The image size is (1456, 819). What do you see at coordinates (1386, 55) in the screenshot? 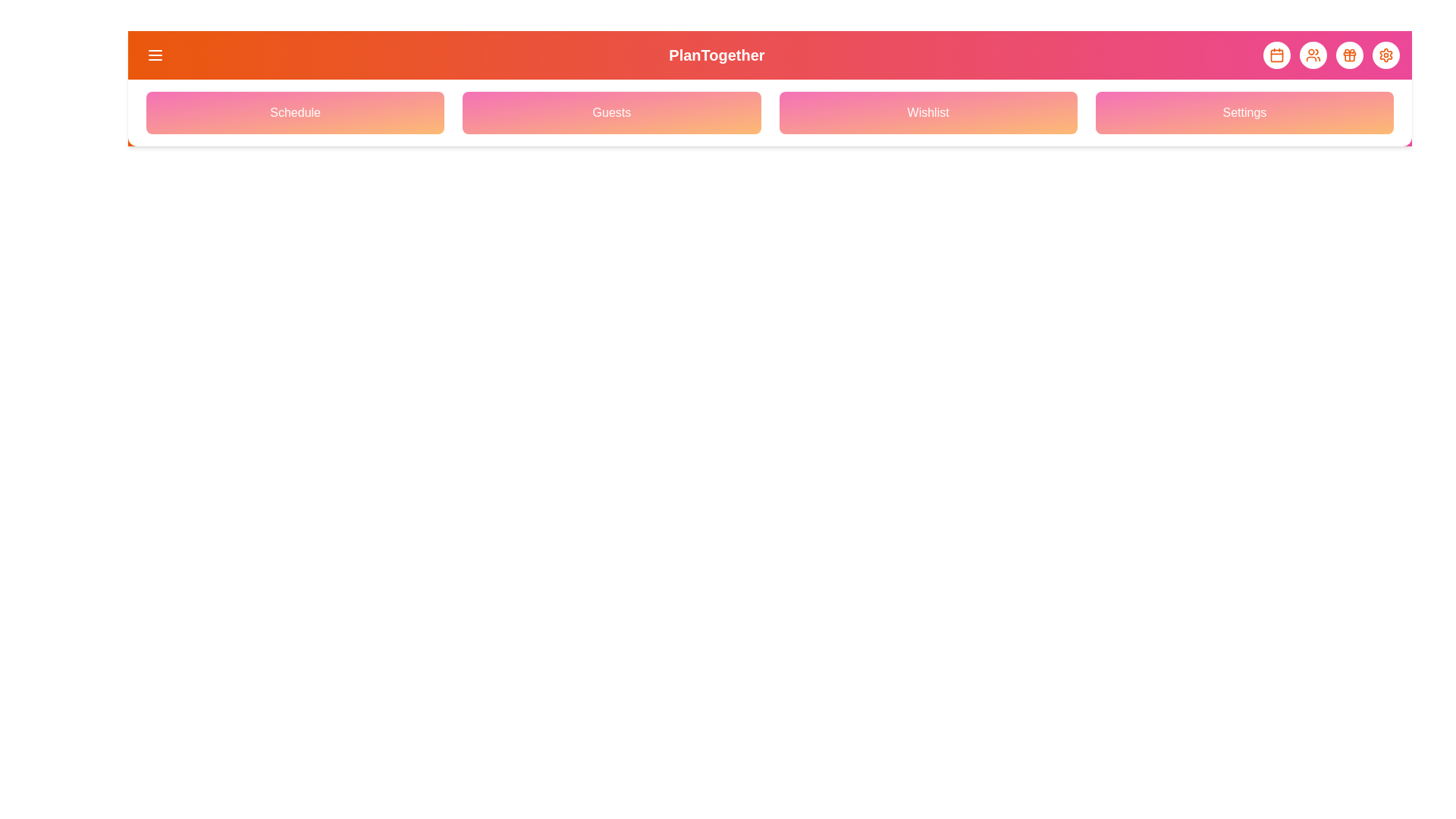
I see `the element with Settings Icon to observe its hover effect` at bounding box center [1386, 55].